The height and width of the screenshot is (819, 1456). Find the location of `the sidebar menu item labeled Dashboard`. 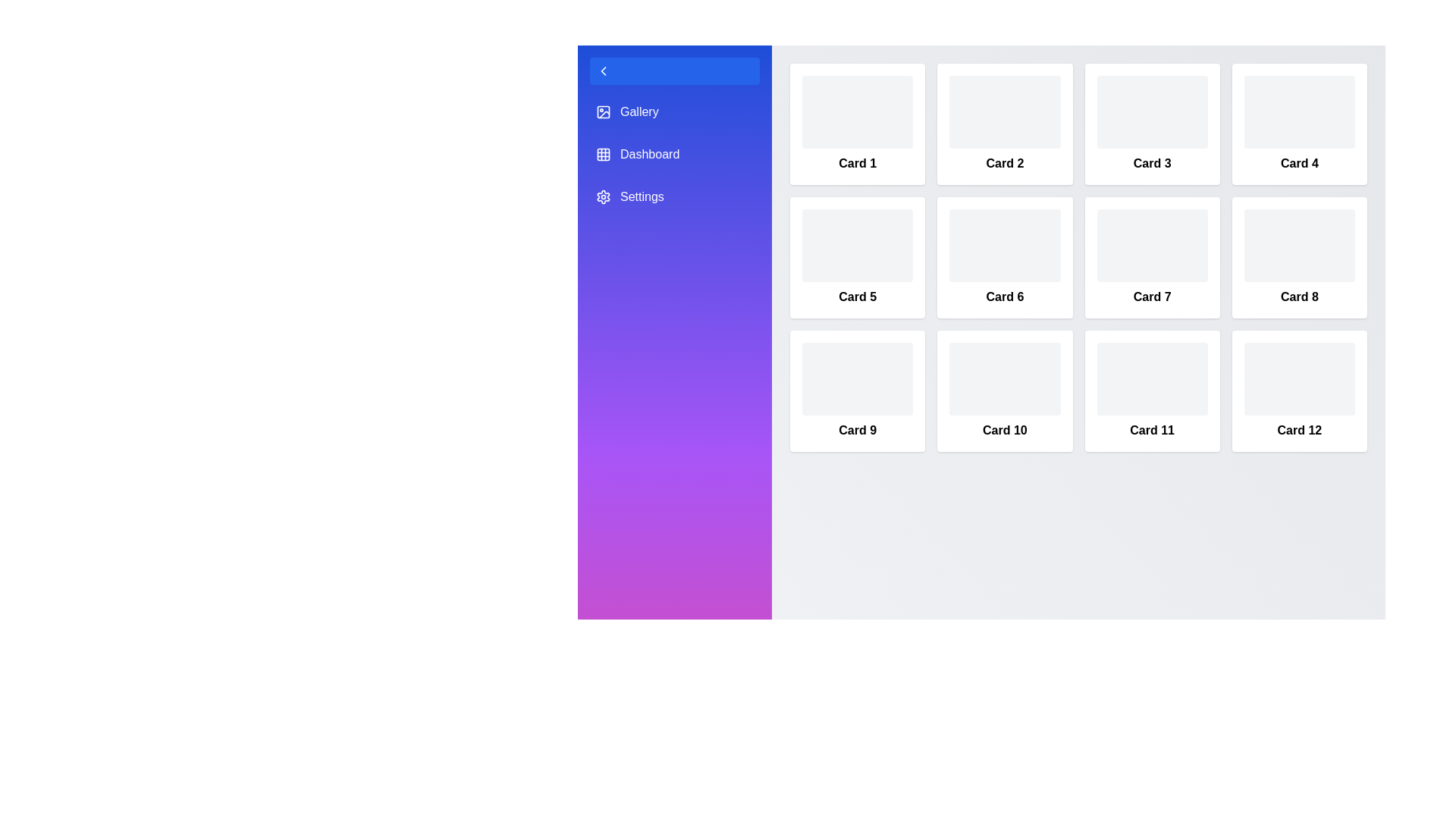

the sidebar menu item labeled Dashboard is located at coordinates (673, 155).